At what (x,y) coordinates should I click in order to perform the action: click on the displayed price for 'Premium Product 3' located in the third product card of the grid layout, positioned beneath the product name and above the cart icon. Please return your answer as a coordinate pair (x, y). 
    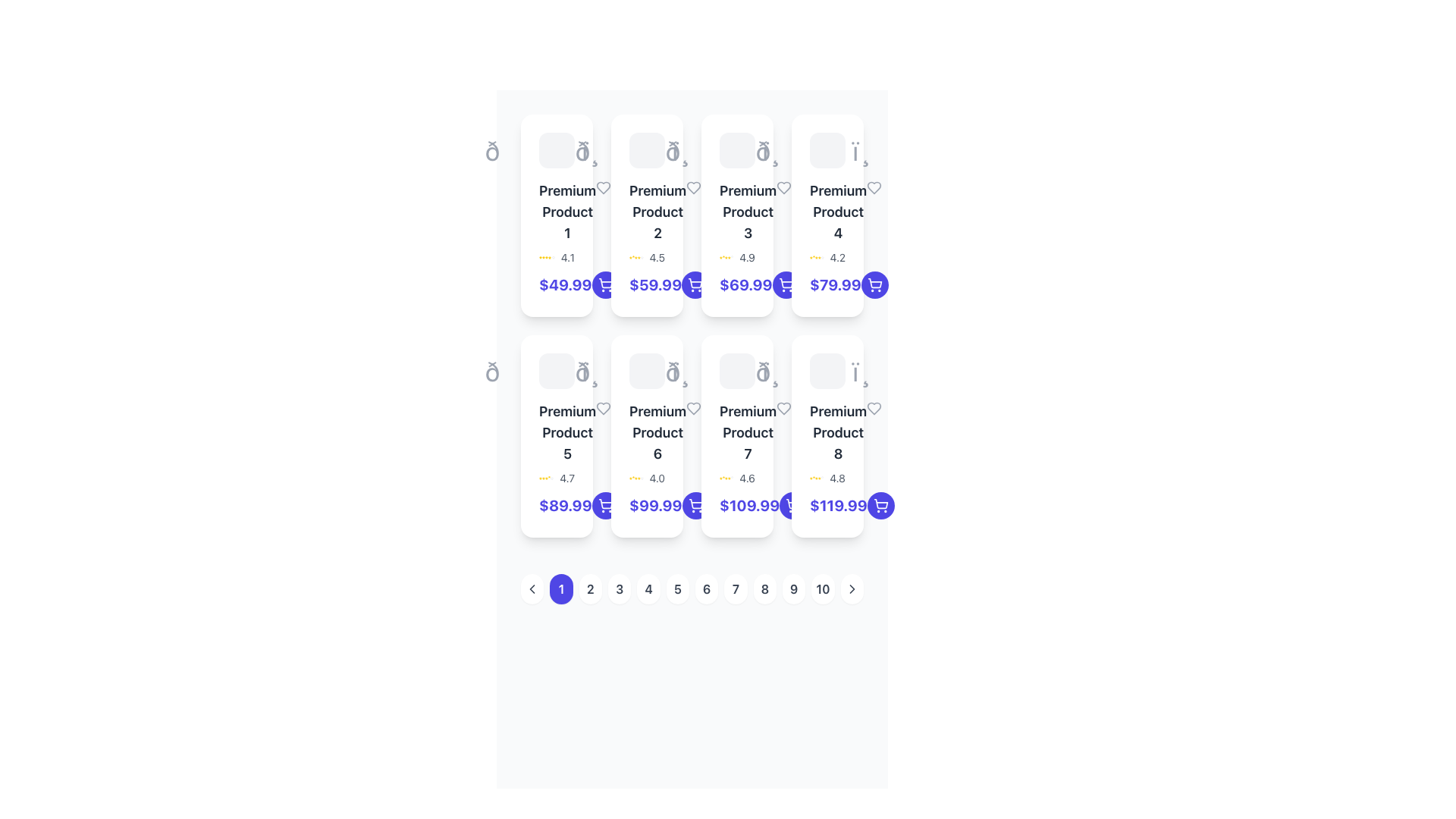
    Looking at the image, I should click on (745, 284).